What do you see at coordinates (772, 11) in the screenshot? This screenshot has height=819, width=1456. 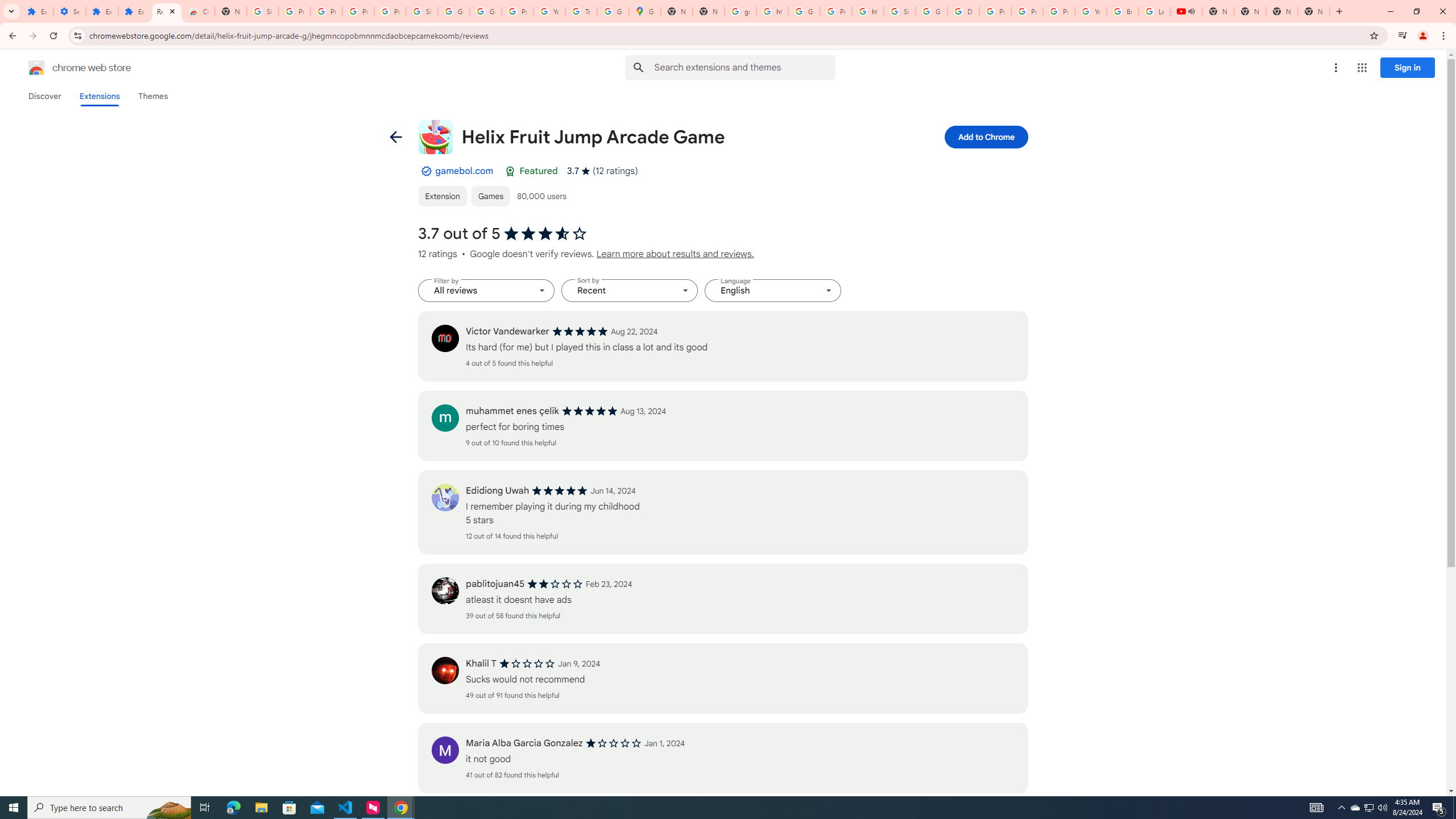 I see `'https://scholar.google.com/'` at bounding box center [772, 11].